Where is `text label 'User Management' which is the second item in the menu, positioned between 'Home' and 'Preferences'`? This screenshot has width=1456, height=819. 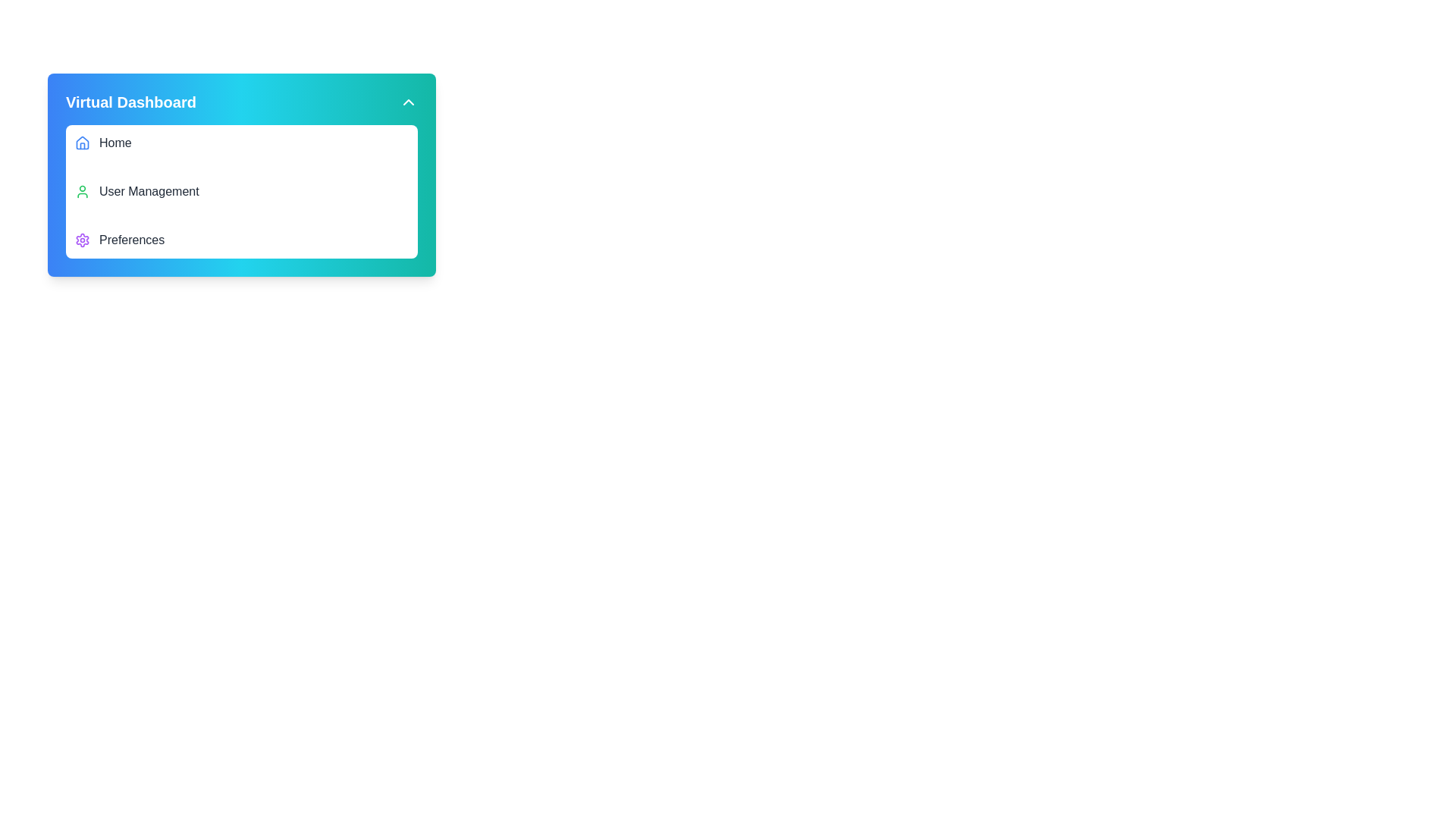
text label 'User Management' which is the second item in the menu, positioned between 'Home' and 'Preferences' is located at coordinates (149, 191).